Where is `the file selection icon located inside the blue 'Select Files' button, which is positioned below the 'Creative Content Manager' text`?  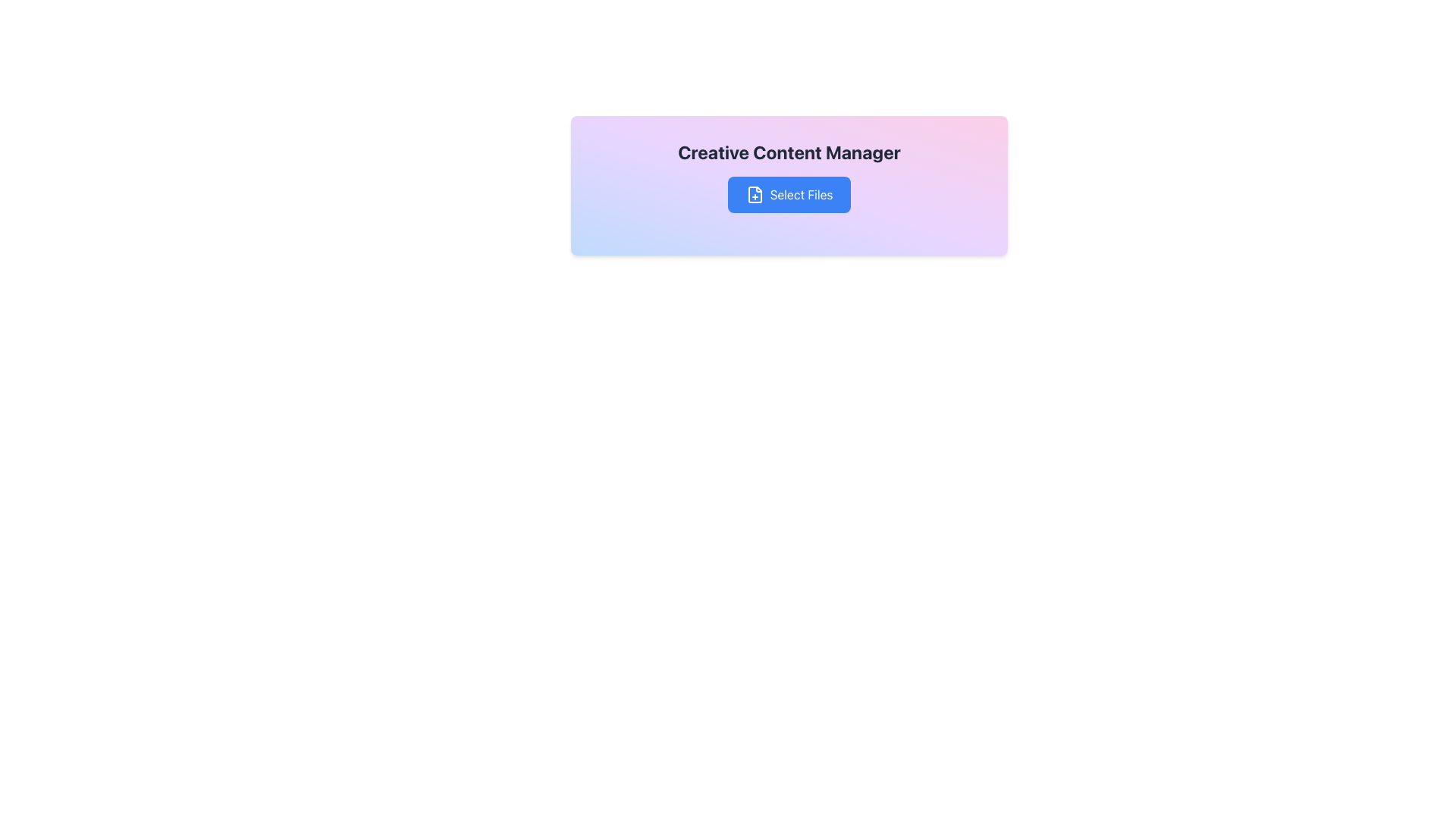
the file selection icon located inside the blue 'Select Files' button, which is positioned below the 'Creative Content Manager' text is located at coordinates (755, 194).